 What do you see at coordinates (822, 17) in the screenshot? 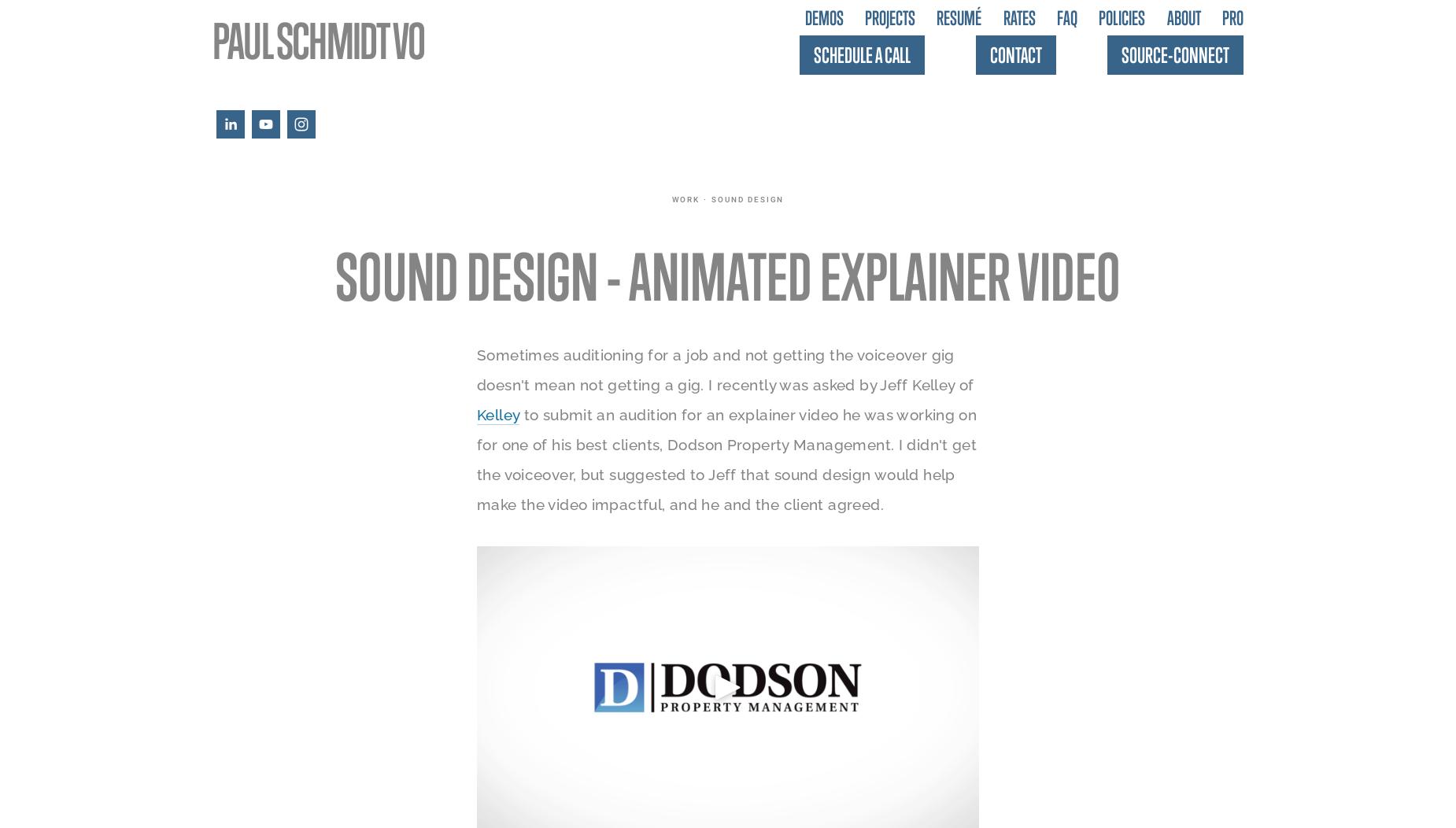
I see `'Demos'` at bounding box center [822, 17].